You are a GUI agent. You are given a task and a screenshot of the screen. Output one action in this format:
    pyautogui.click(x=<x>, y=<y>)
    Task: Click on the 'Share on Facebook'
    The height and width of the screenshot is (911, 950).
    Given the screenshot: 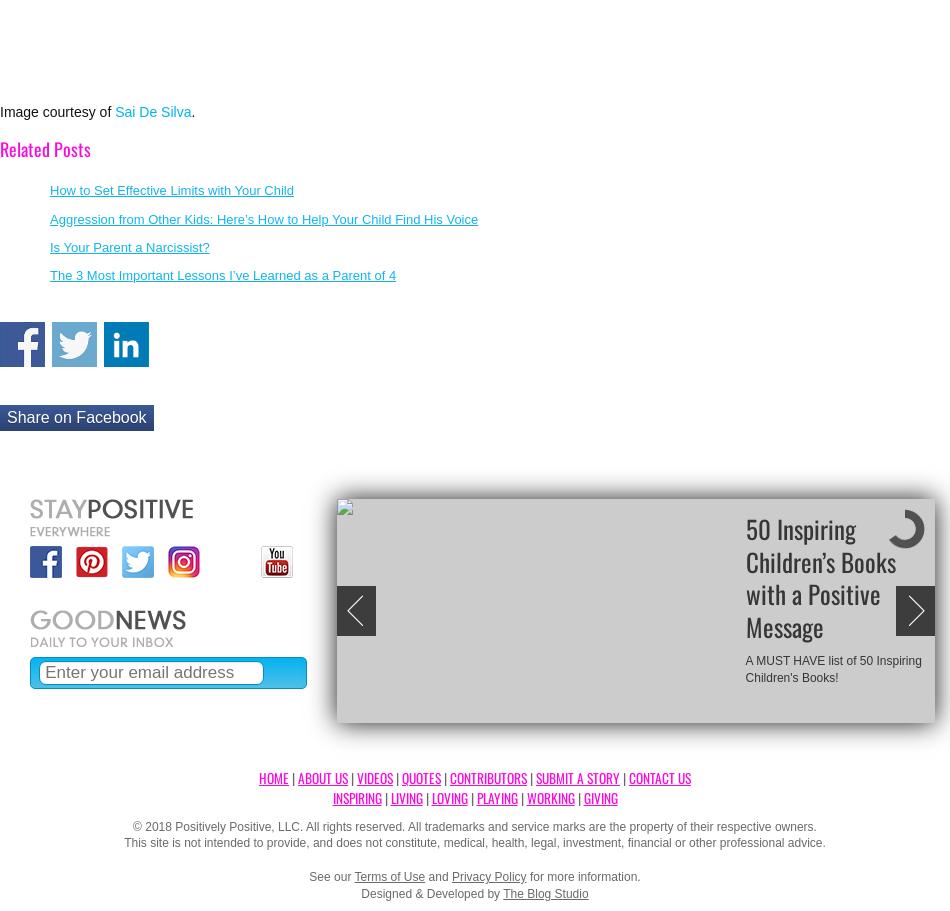 What is the action you would take?
    pyautogui.click(x=76, y=416)
    